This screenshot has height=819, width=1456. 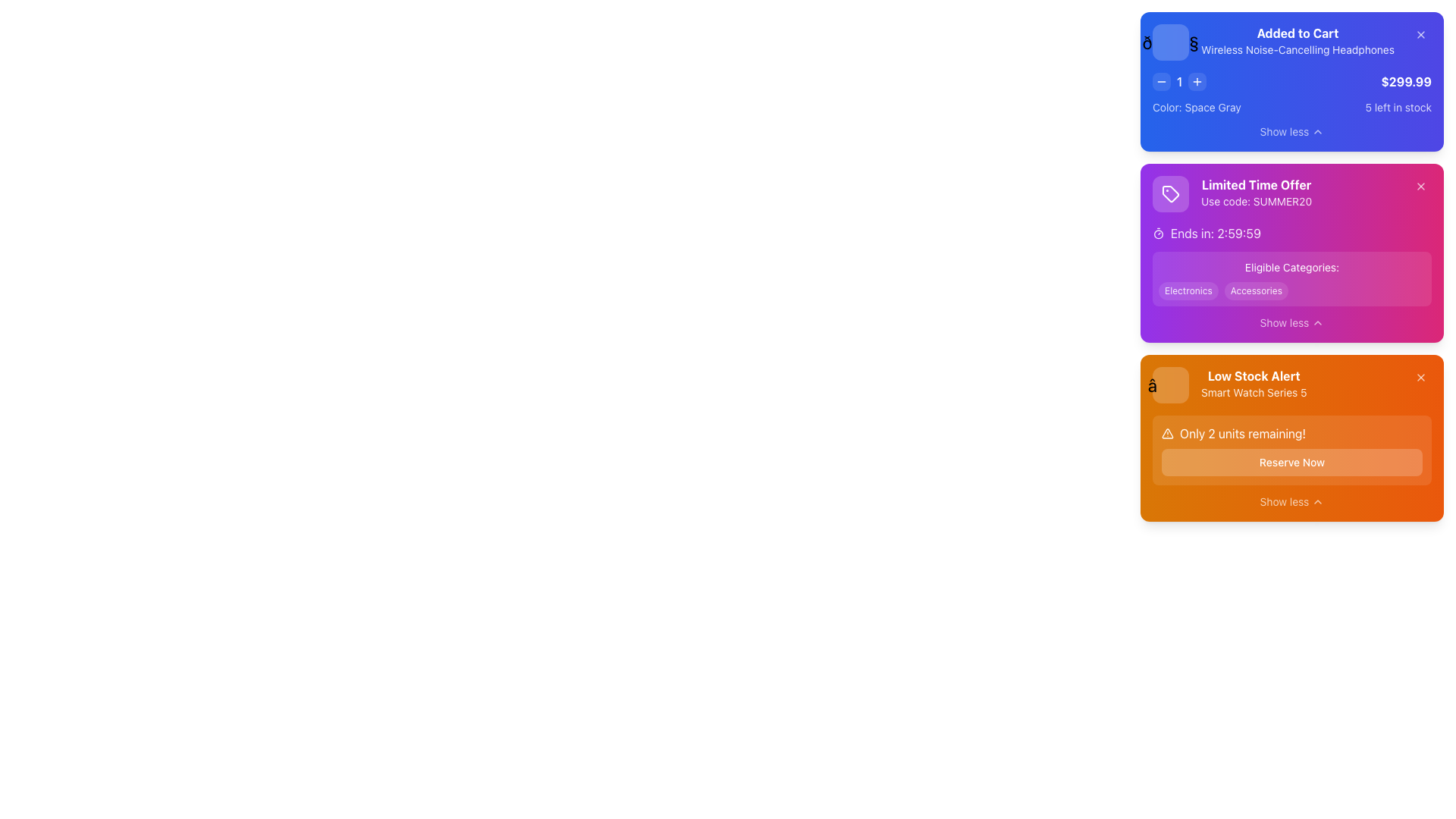 I want to click on the button located at the bottom of the 'Limited Time Offer' section to change its appearance, so click(x=1291, y=322).